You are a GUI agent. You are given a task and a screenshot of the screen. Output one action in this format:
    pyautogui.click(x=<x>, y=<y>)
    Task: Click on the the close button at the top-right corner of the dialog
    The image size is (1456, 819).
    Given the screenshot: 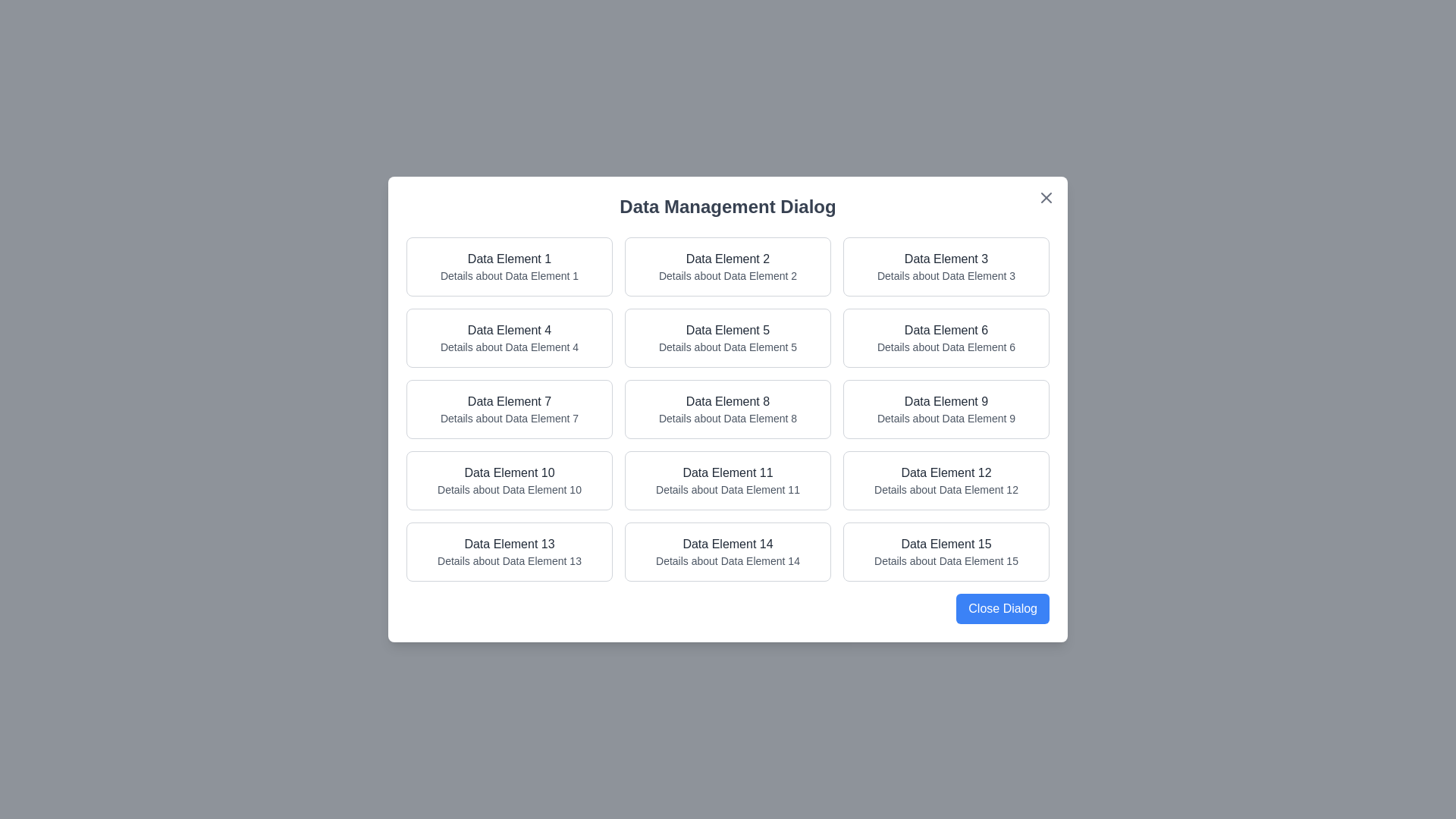 What is the action you would take?
    pyautogui.click(x=1046, y=197)
    